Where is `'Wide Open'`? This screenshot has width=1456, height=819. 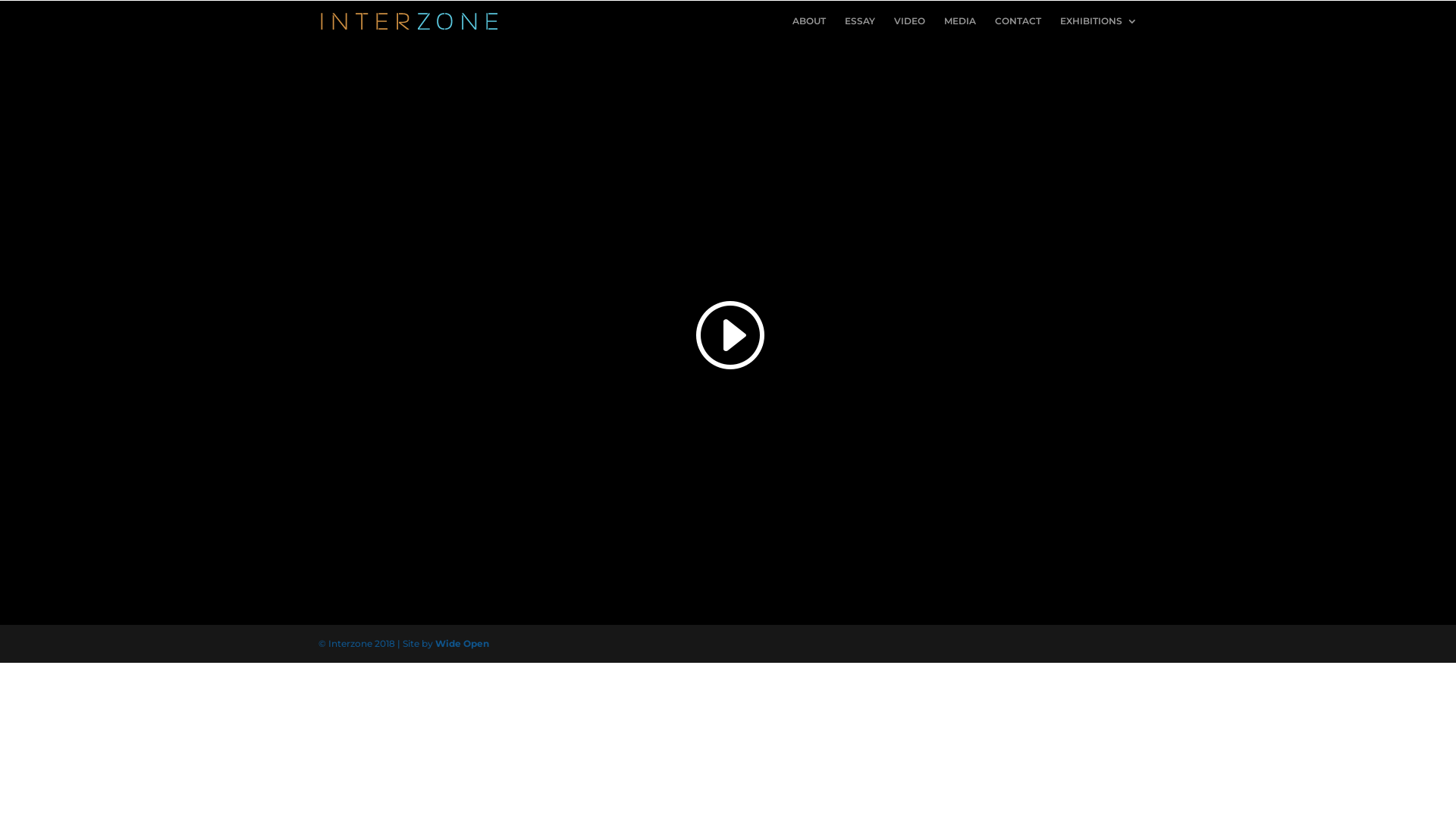 'Wide Open' is located at coordinates (461, 643).